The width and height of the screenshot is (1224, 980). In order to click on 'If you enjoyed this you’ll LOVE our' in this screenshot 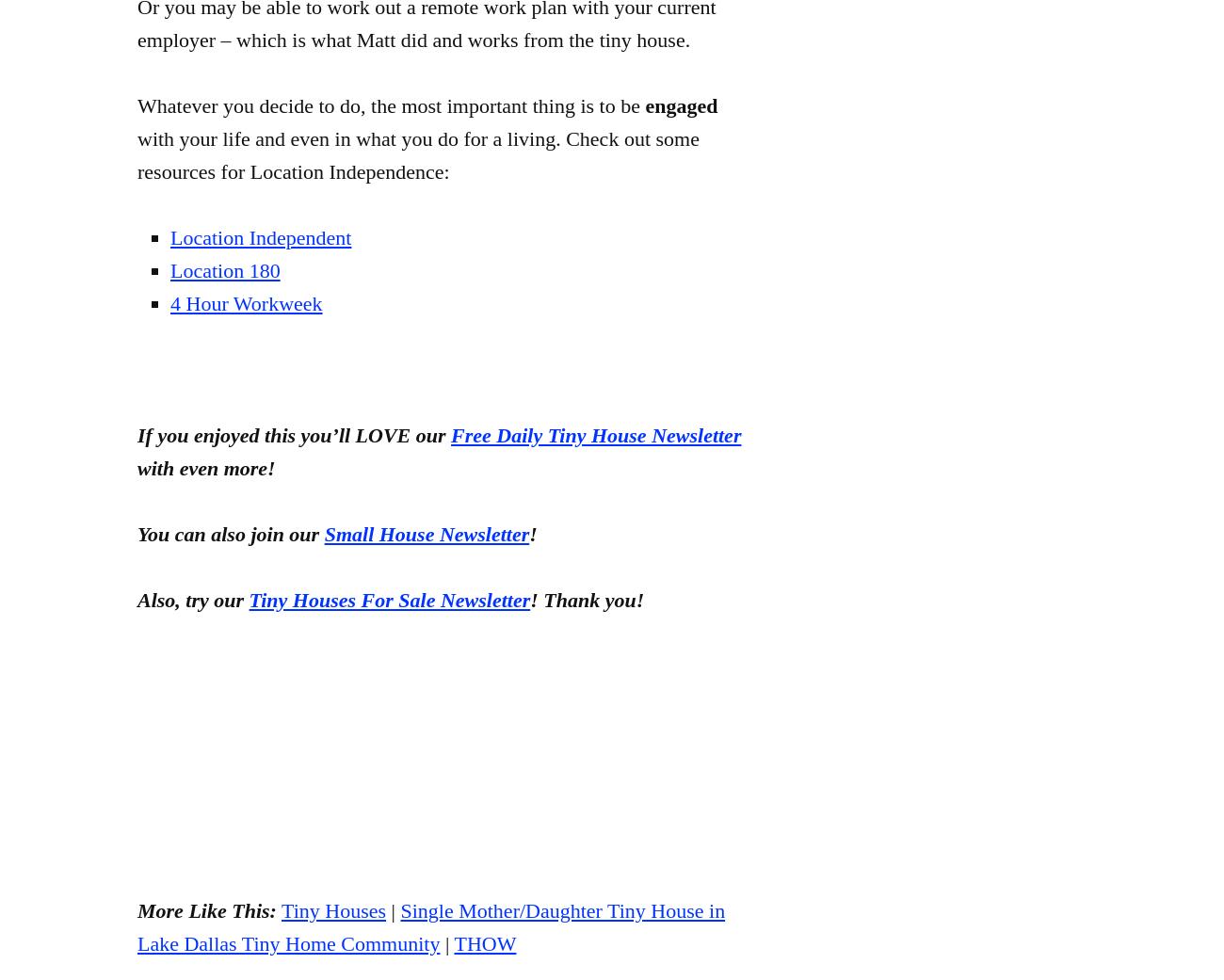, I will do `click(136, 434)`.